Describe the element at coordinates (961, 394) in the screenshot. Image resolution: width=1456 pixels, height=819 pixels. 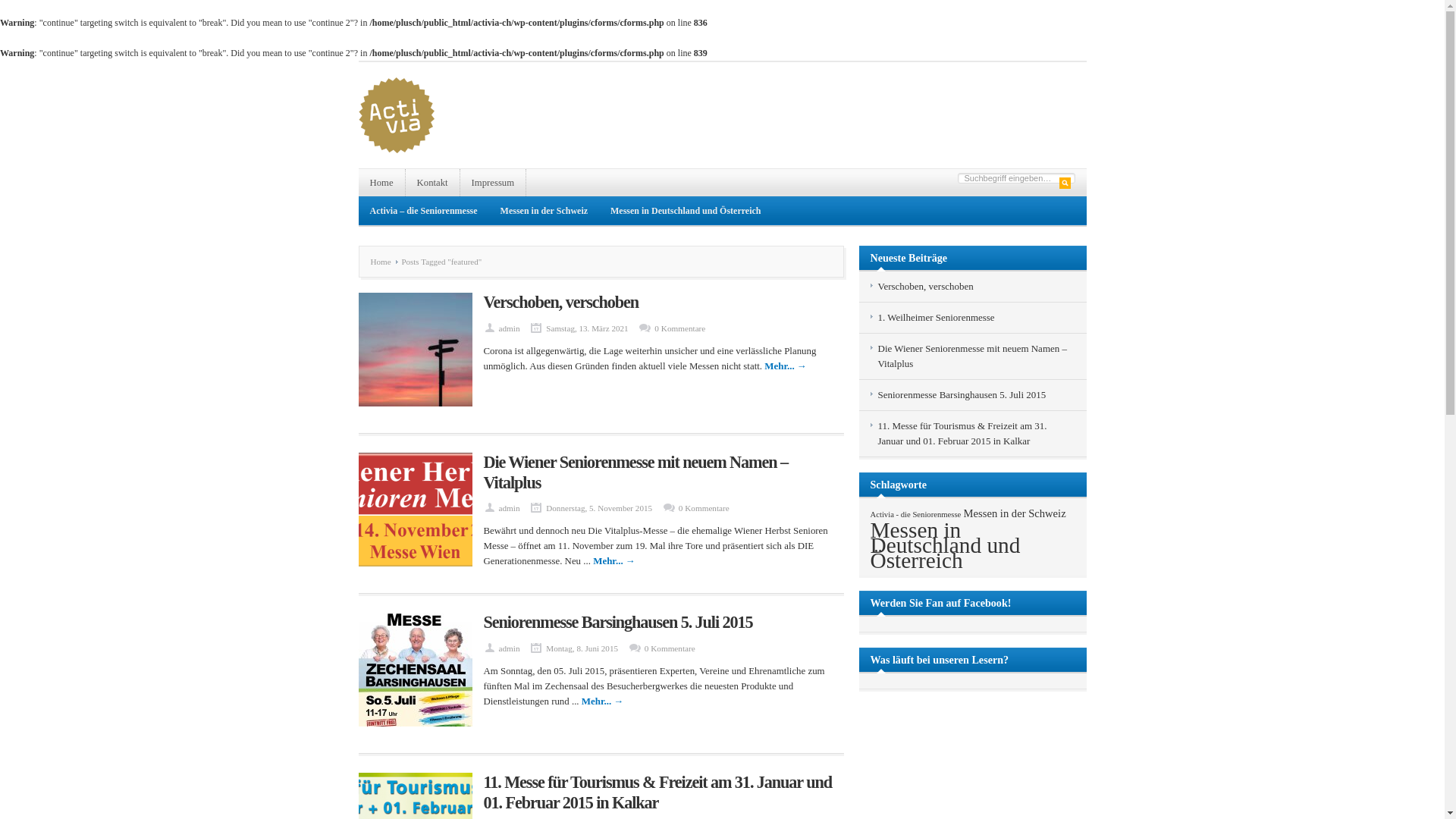
I see `'Seniorenmesse Barsinghausen 5. Juli 2015'` at that location.